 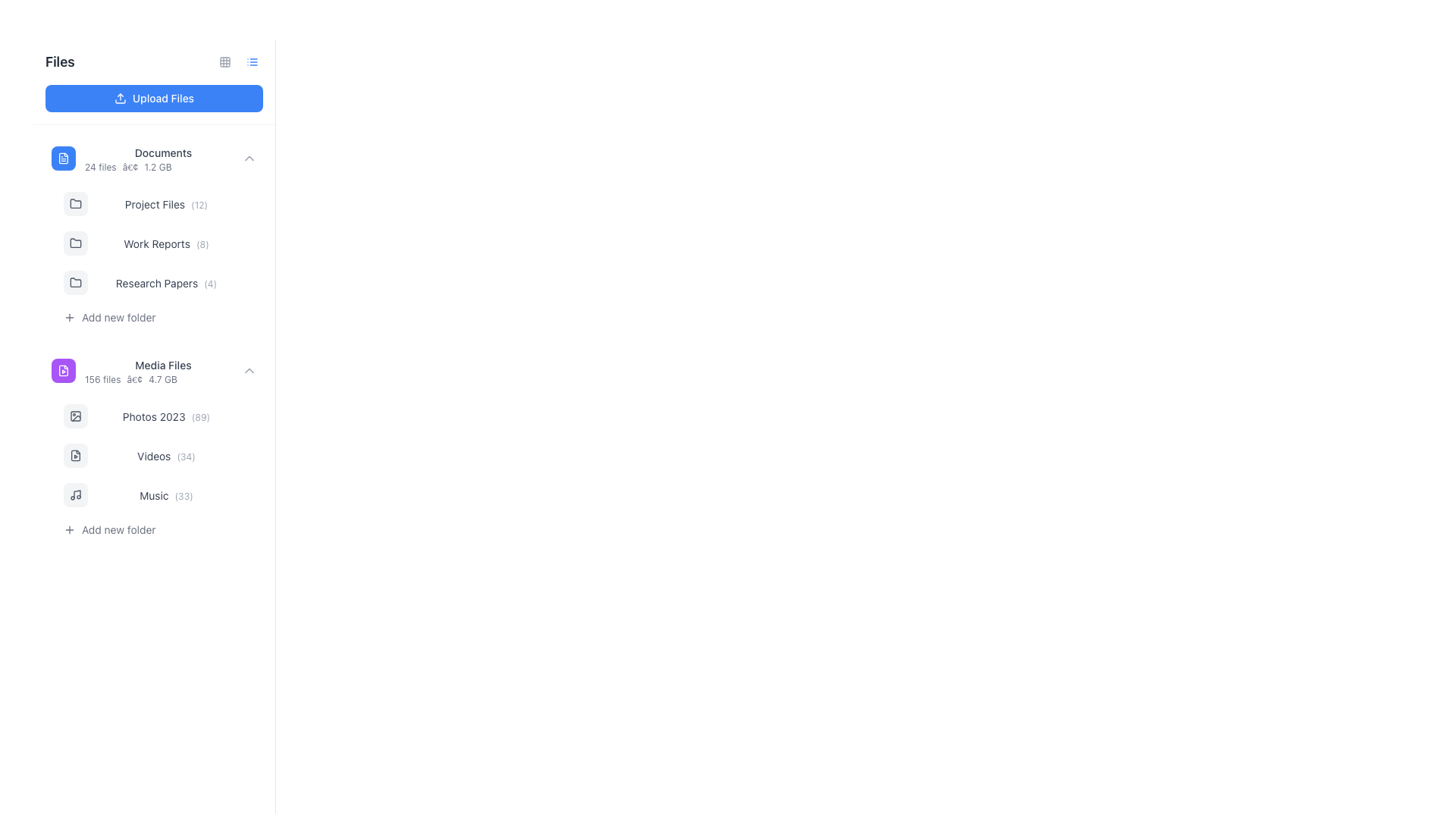 What do you see at coordinates (68, 317) in the screenshot?
I see `the Icon button located in the left-hand panel under the 'Documents' section` at bounding box center [68, 317].